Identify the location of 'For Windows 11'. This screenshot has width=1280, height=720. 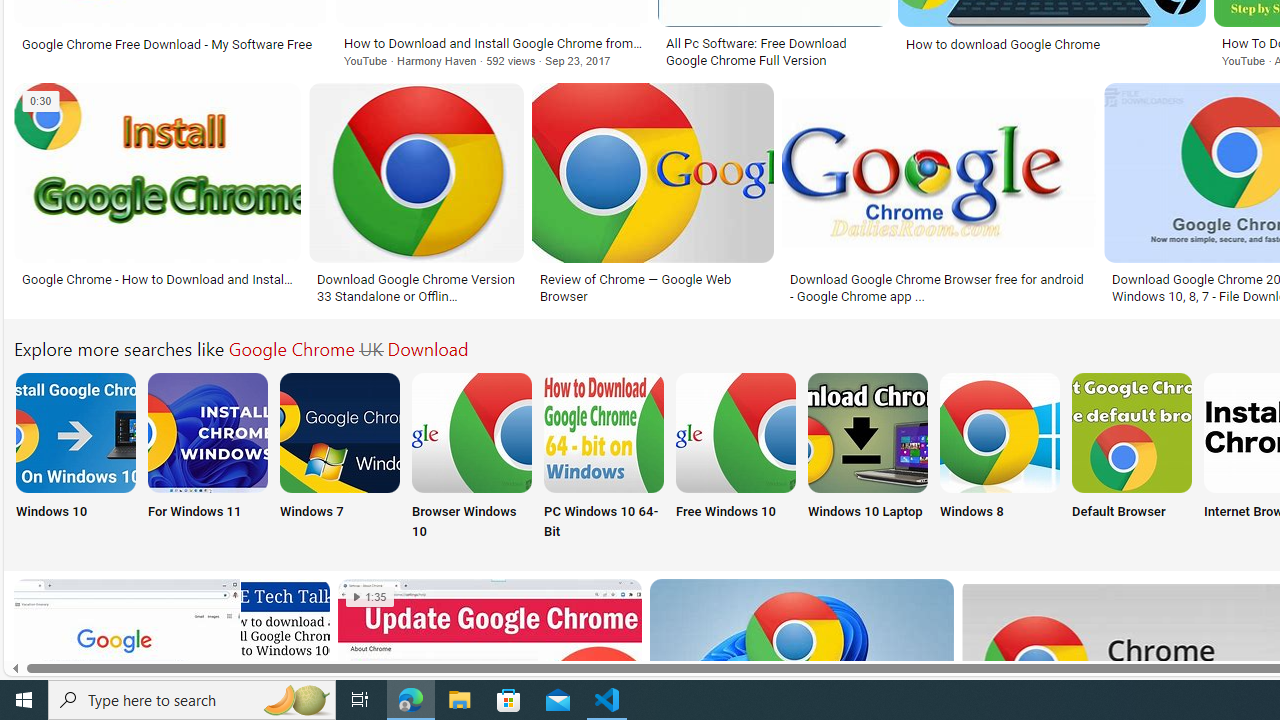
(208, 457).